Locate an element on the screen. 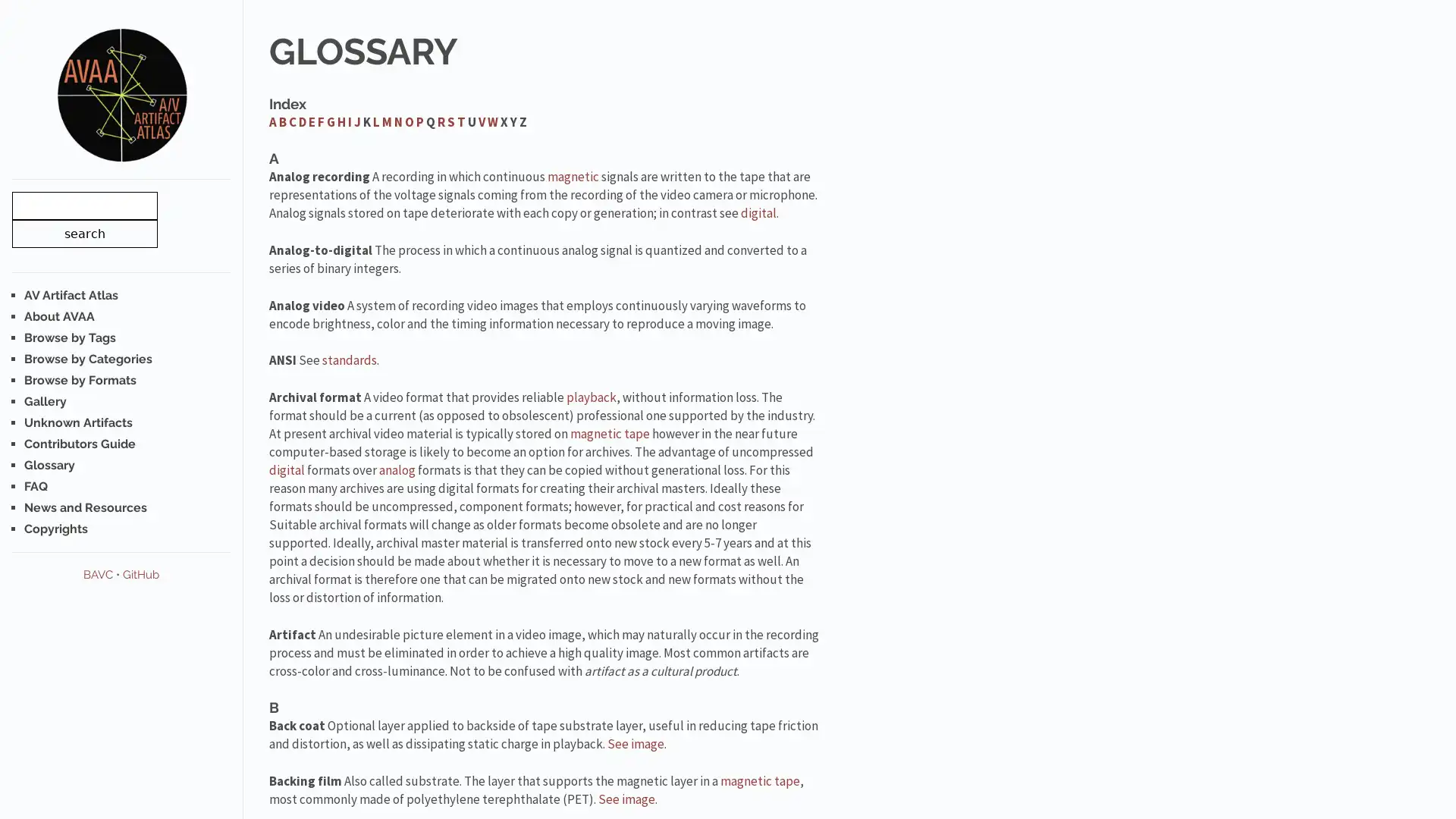 The height and width of the screenshot is (819, 1456). search is located at coordinates (83, 233).